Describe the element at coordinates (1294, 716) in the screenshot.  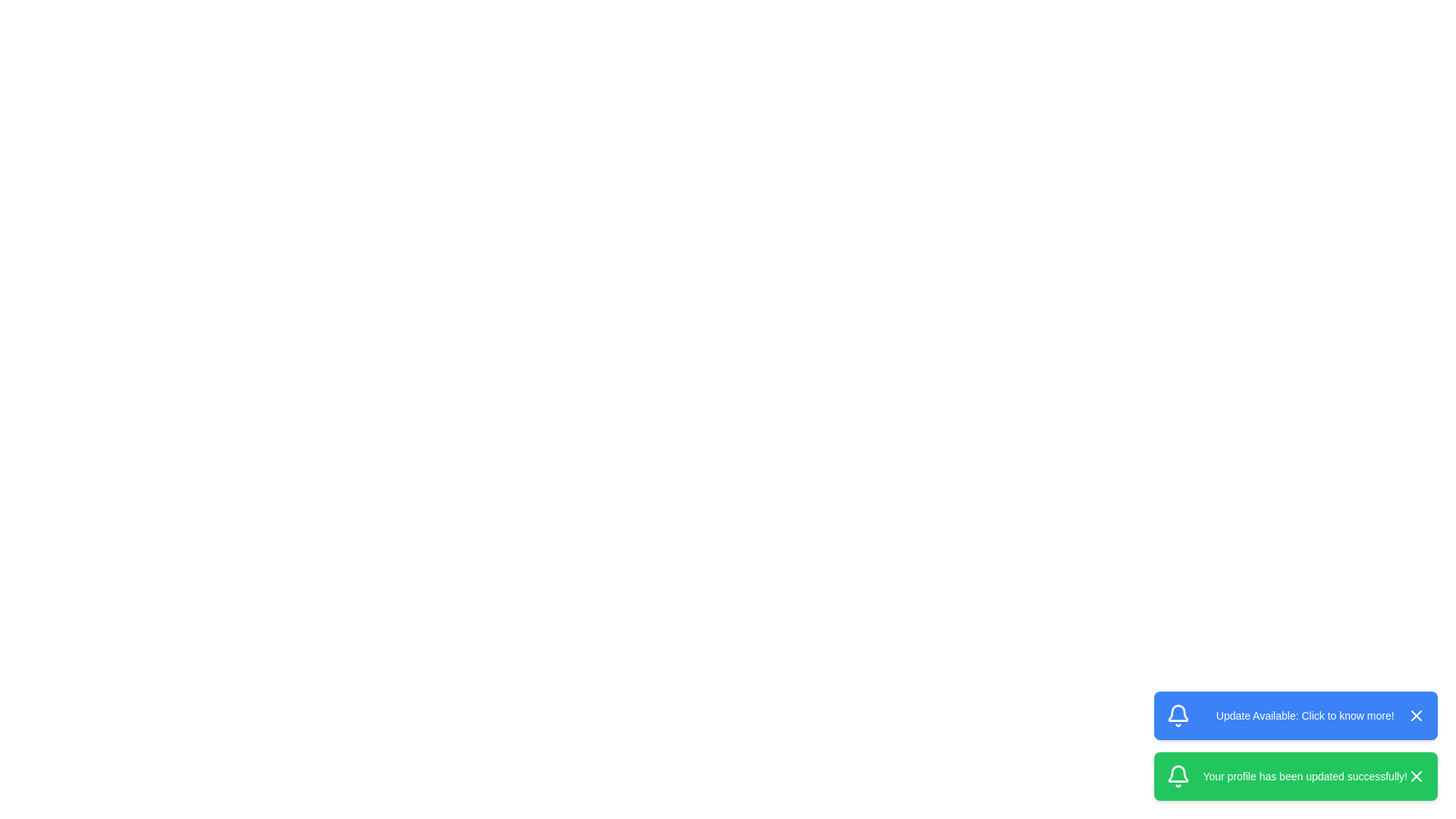
I see `the notification to read its content` at that location.